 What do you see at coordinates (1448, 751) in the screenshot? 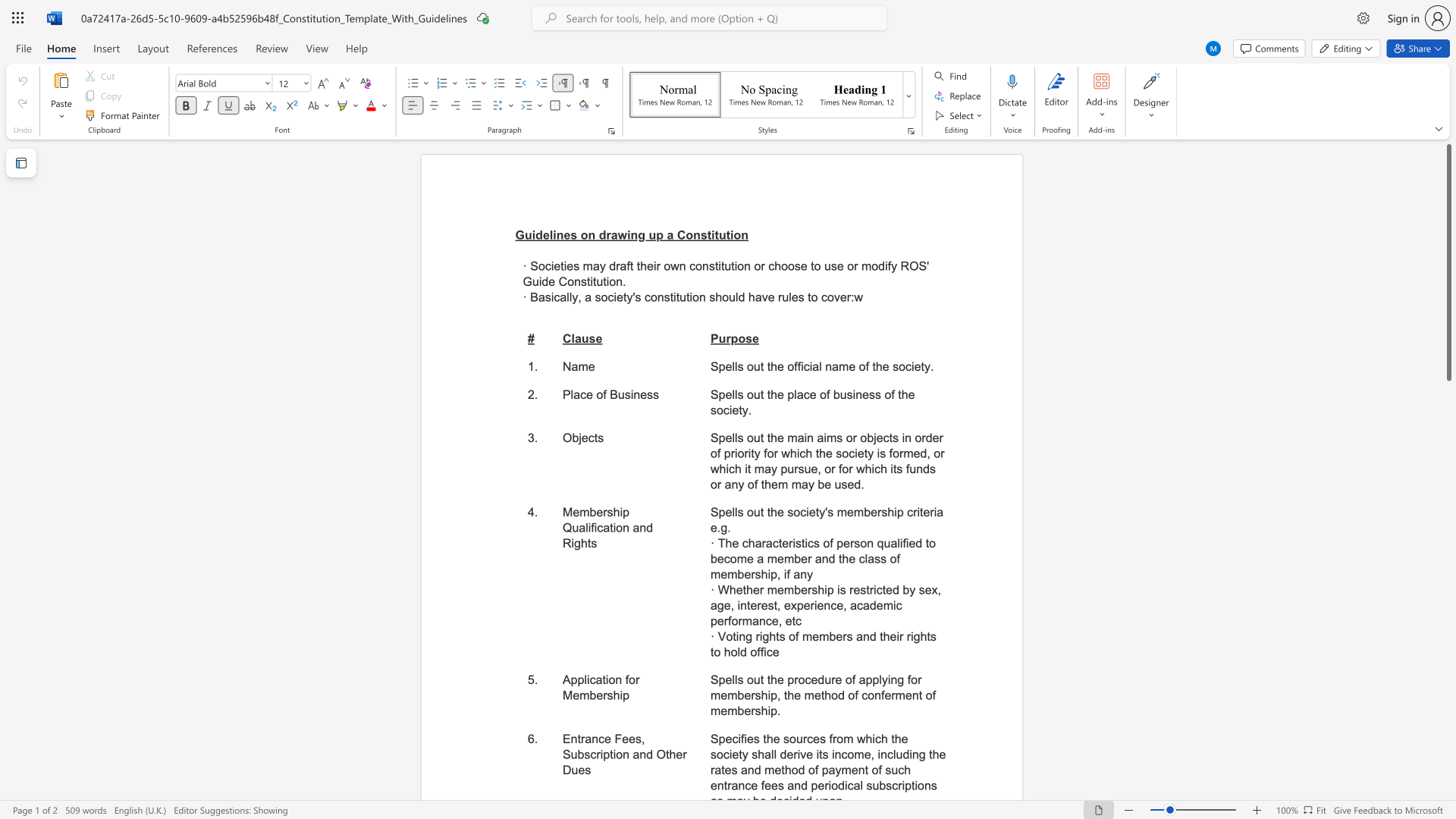
I see `the scrollbar to scroll the page down` at bounding box center [1448, 751].